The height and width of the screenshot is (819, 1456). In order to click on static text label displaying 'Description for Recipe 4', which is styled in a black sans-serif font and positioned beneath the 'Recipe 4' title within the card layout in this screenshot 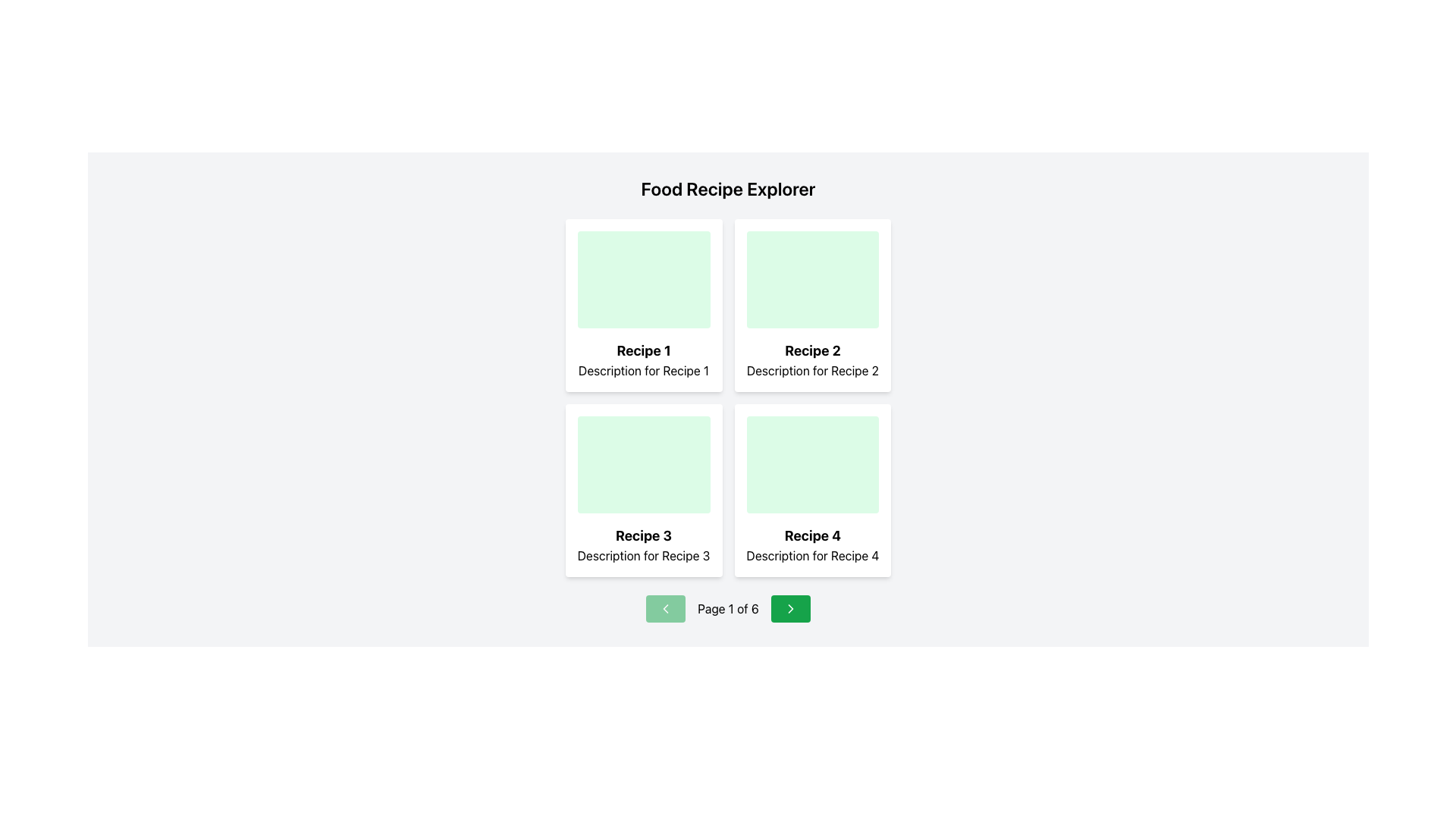, I will do `click(811, 555)`.